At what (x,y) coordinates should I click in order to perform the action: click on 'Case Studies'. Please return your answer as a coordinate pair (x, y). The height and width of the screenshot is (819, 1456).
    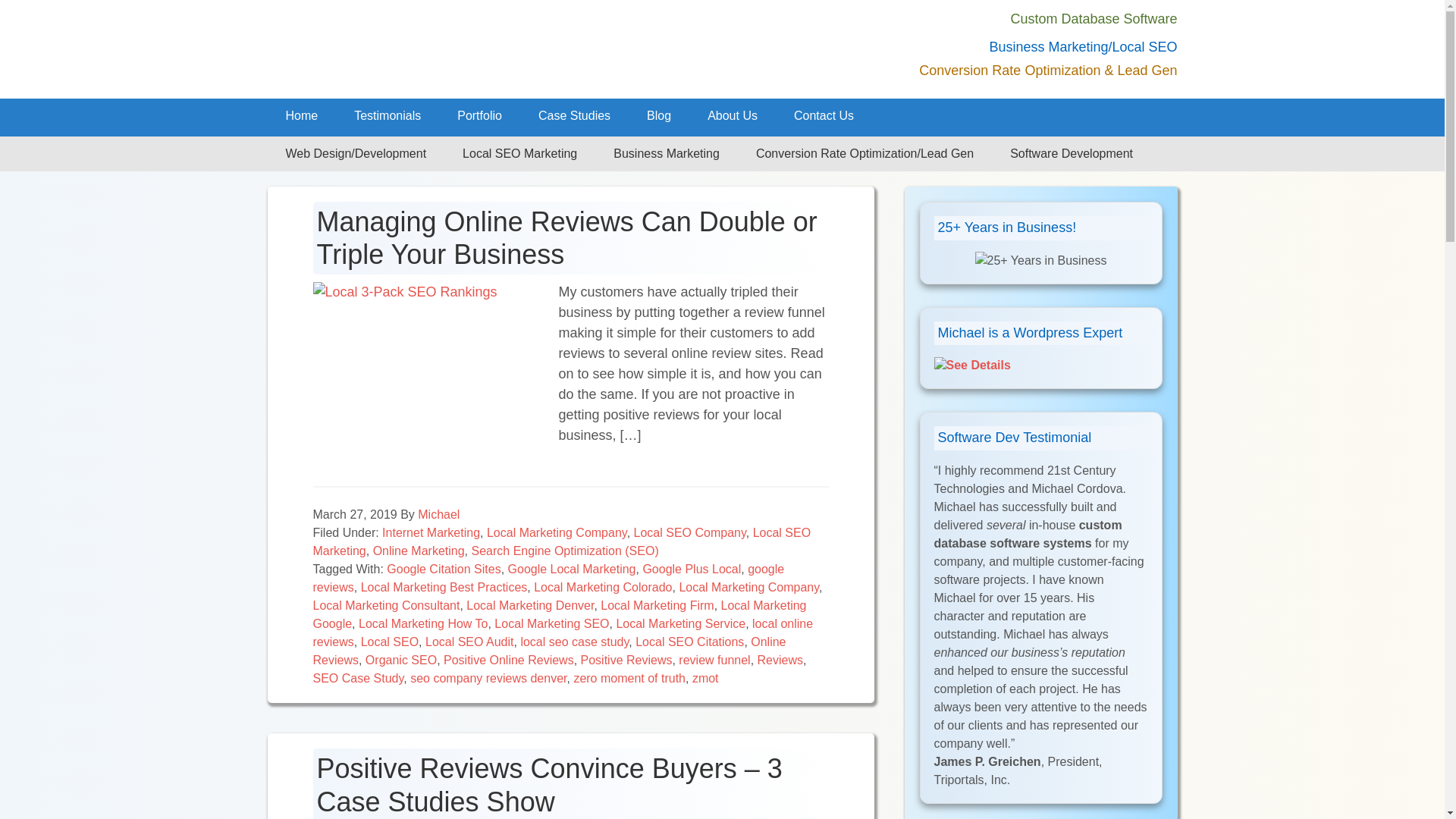
    Looking at the image, I should click on (573, 115).